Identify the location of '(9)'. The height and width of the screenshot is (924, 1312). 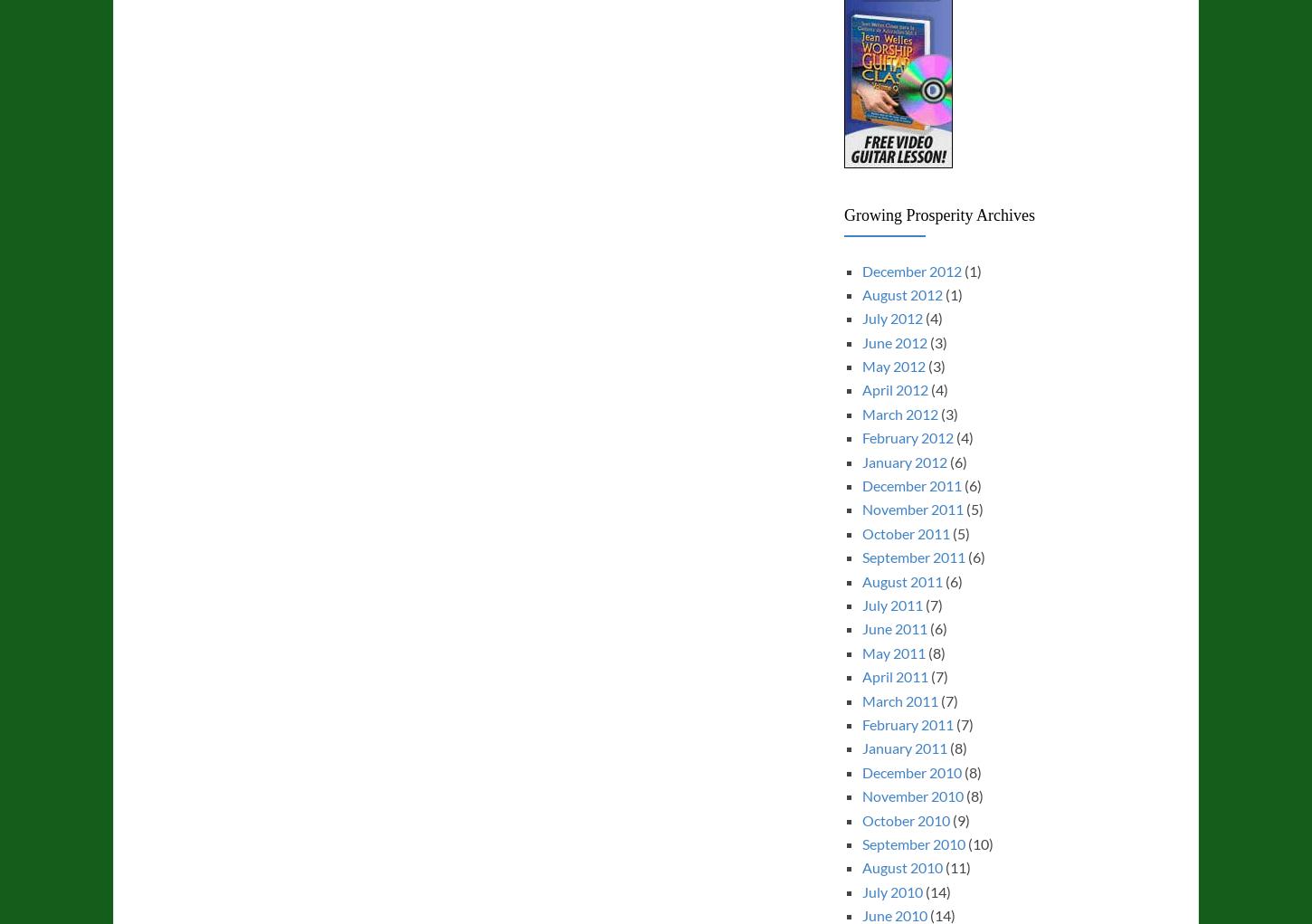
(958, 819).